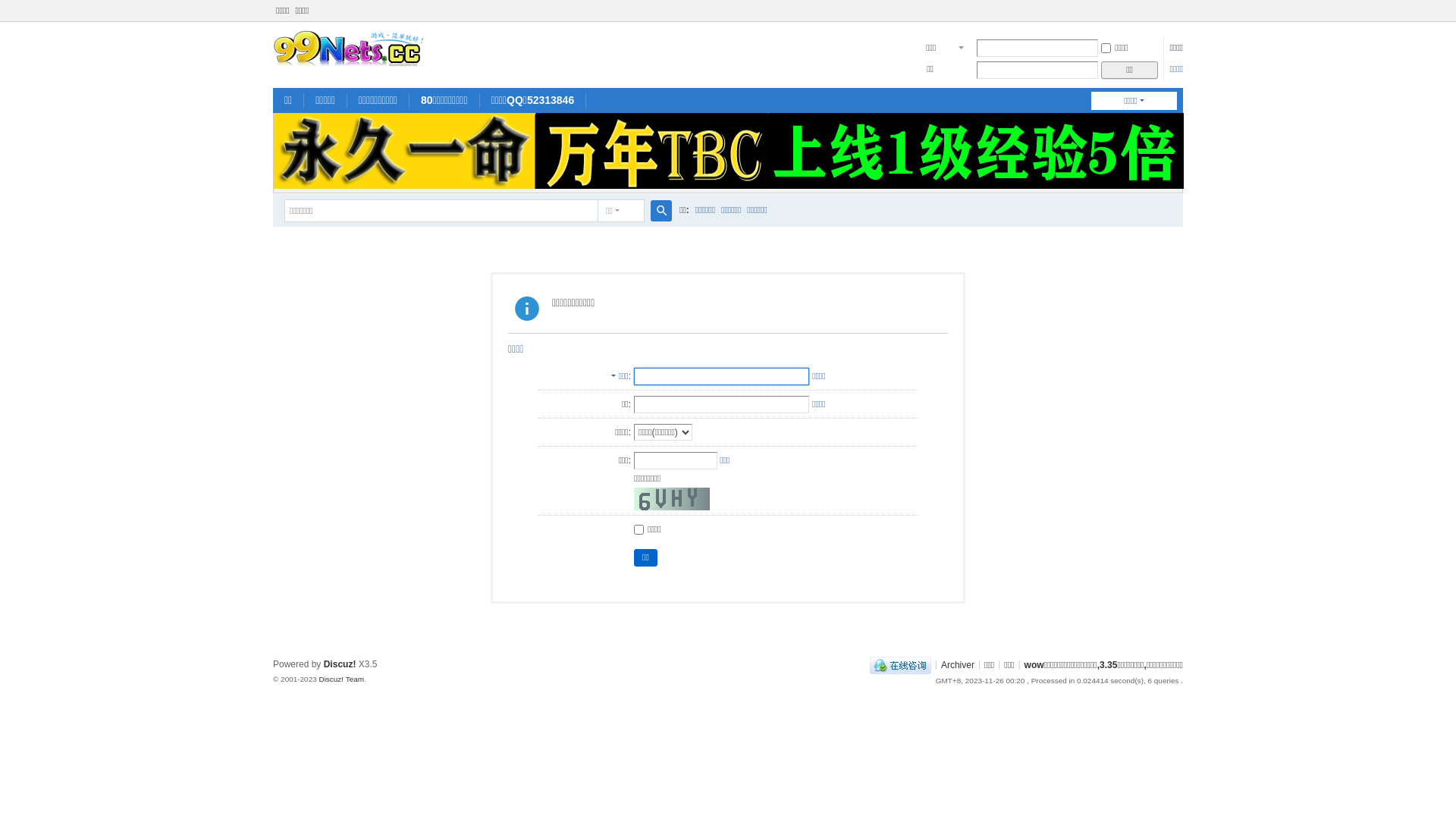  I want to click on 'Discuz! Team', so click(340, 678).